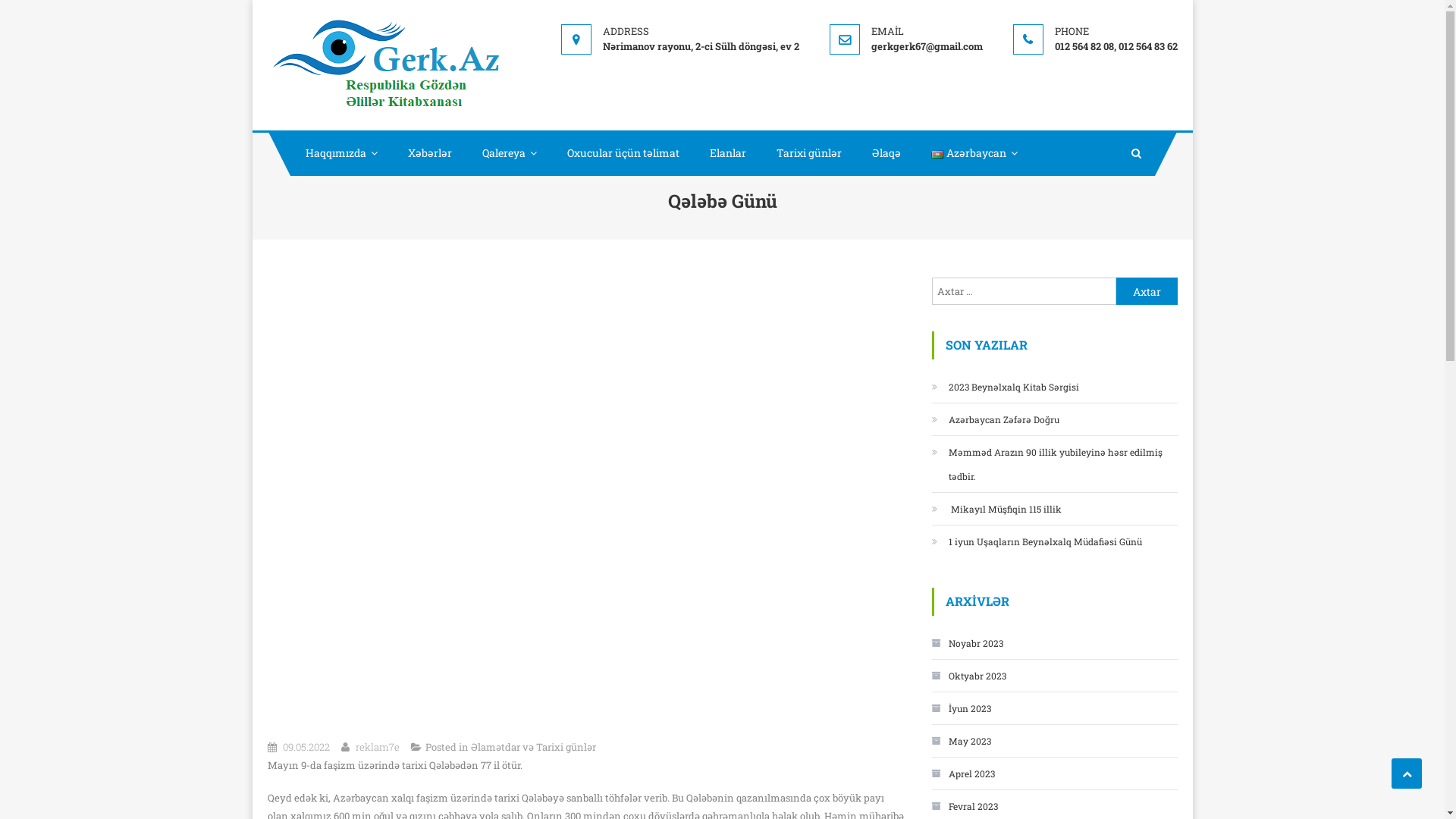 This screenshot has width=1456, height=819. What do you see at coordinates (510, 152) in the screenshot?
I see `'Qalereya'` at bounding box center [510, 152].